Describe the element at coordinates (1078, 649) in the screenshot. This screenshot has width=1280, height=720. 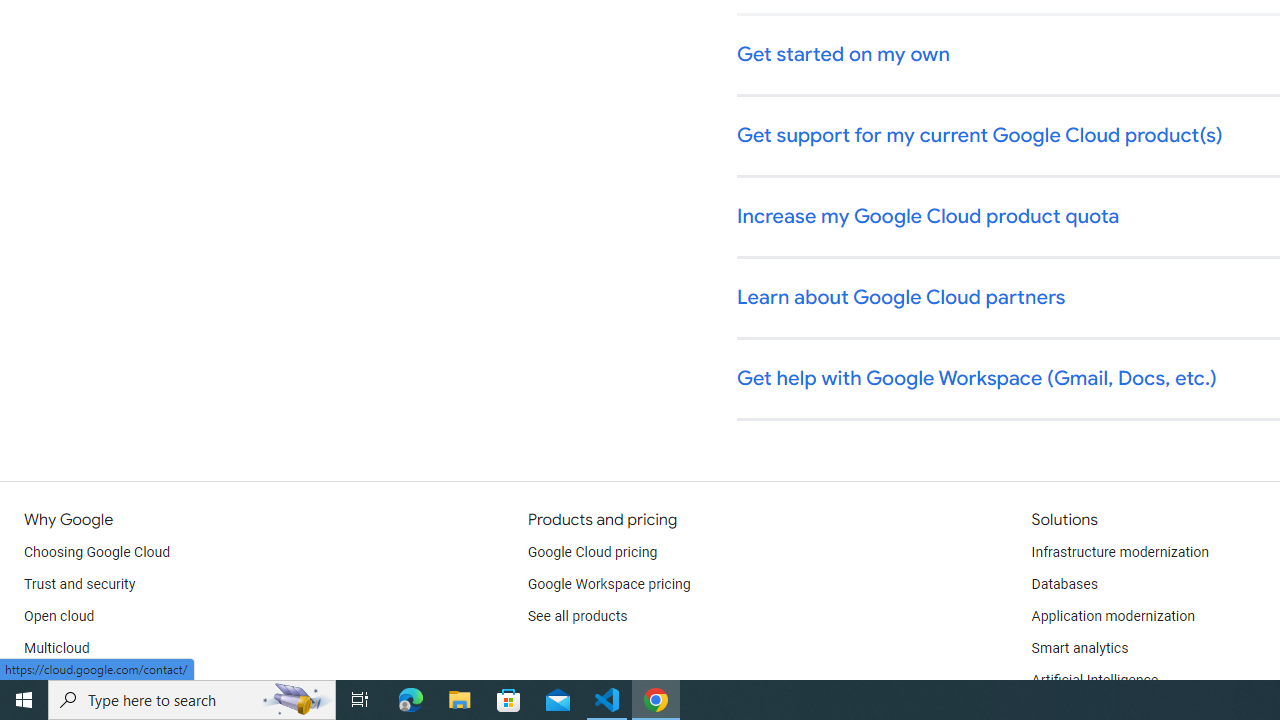
I see `'Smart analytics'` at that location.